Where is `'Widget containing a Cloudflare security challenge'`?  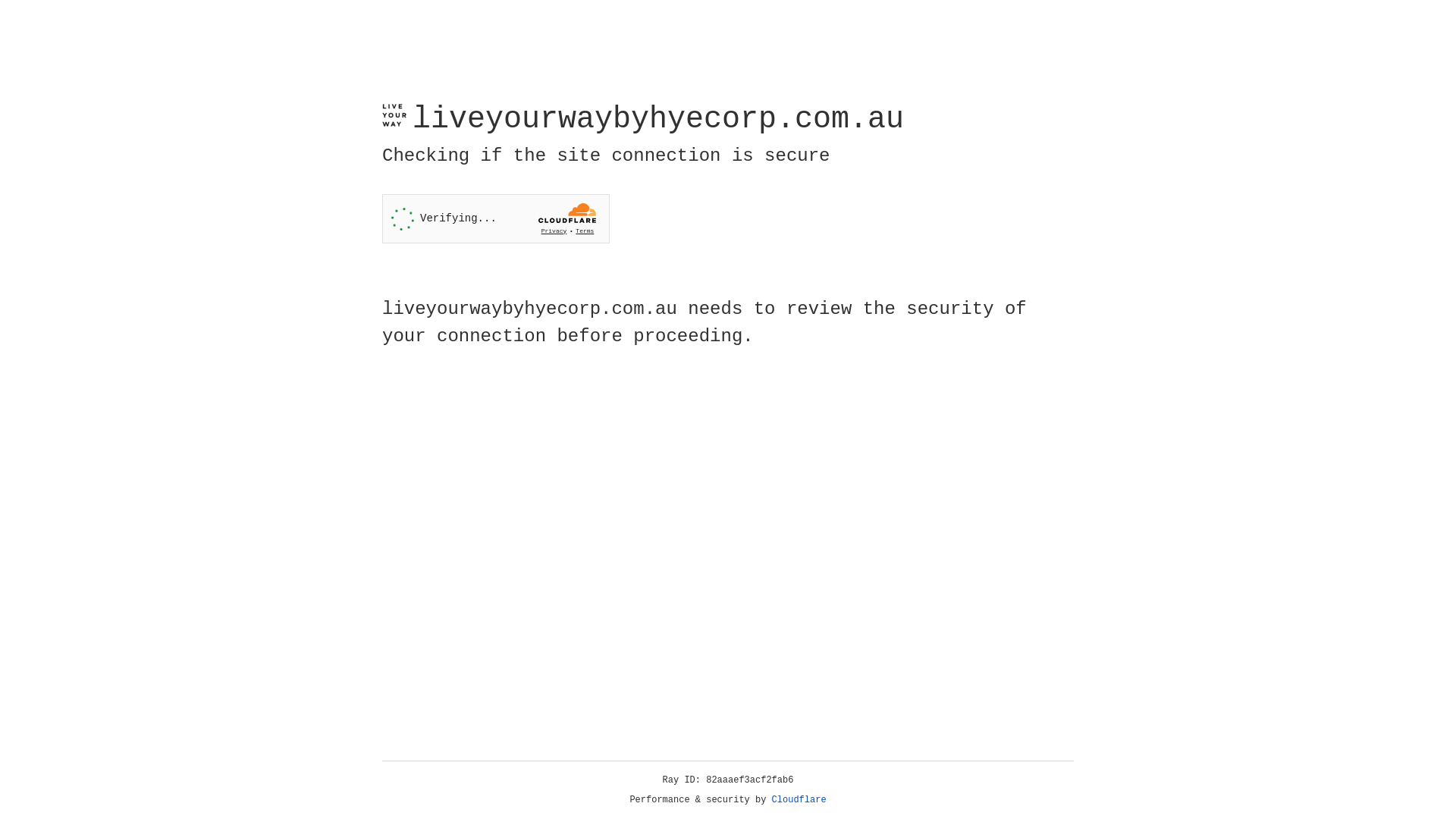 'Widget containing a Cloudflare security challenge' is located at coordinates (495, 218).